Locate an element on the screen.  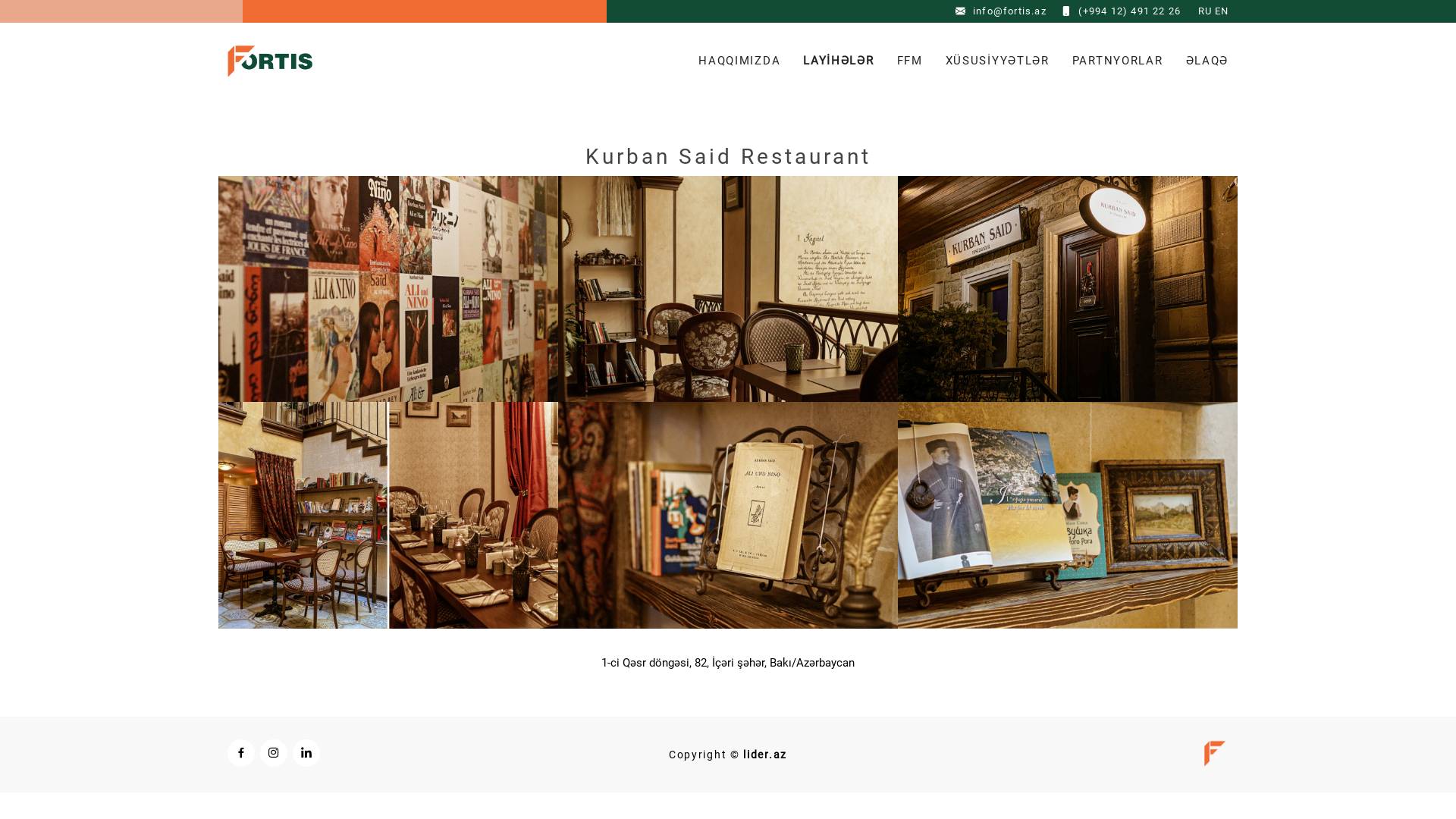
'lider.az' is located at coordinates (764, 755).